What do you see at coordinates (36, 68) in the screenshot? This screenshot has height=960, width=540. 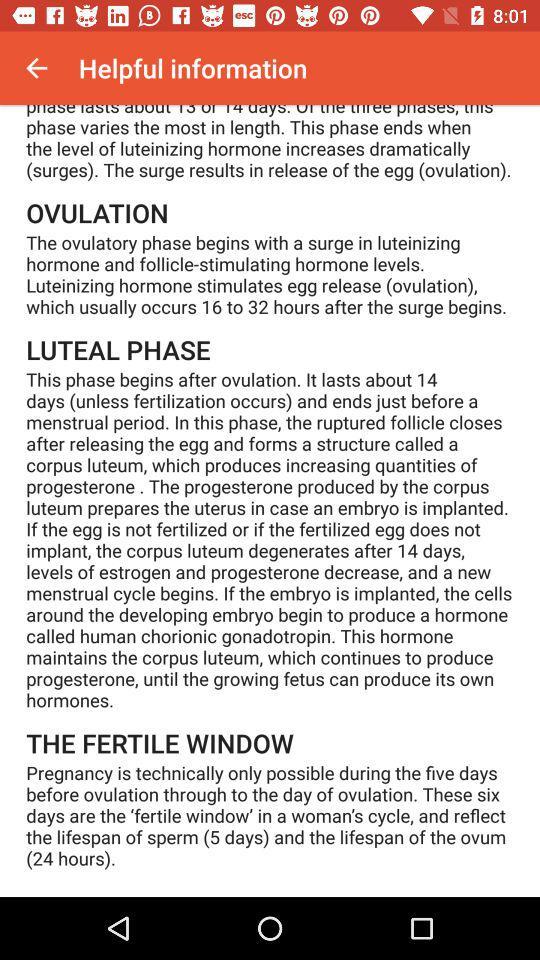 I see `icon at the top left corner` at bounding box center [36, 68].